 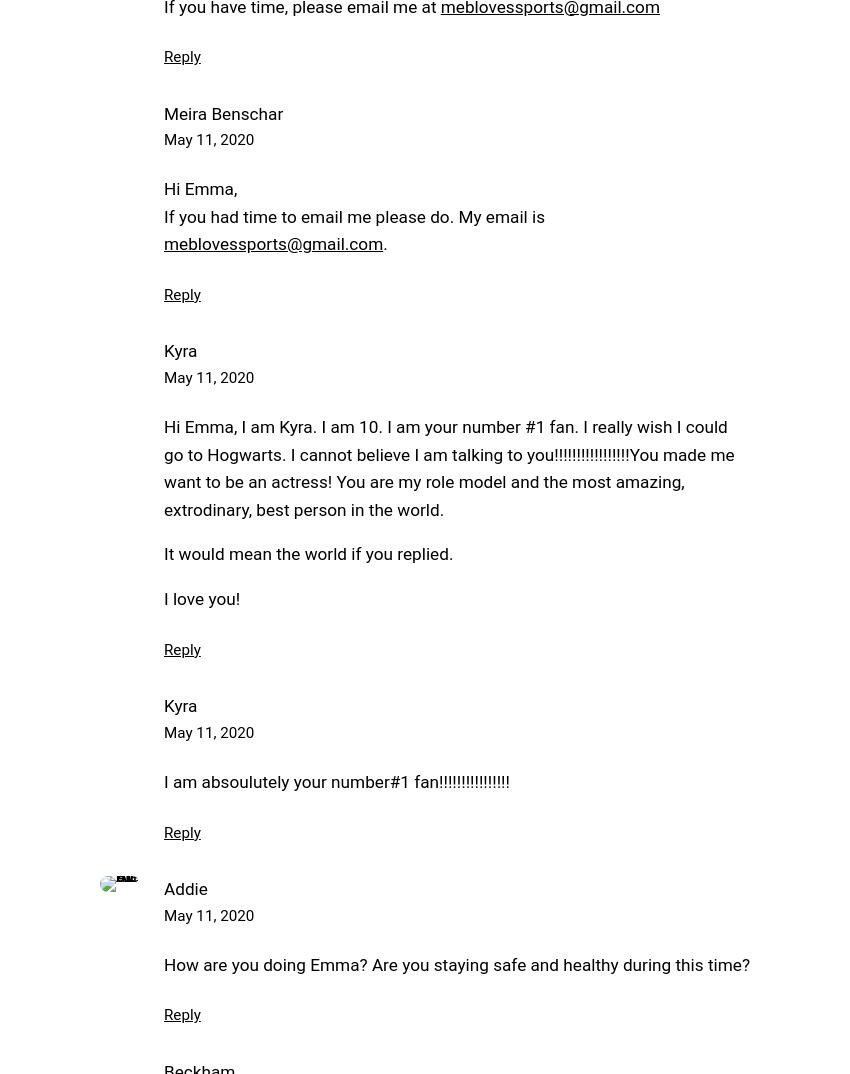 I want to click on 'Hi Emma, I am Kyra. I am 10. I am your number #1 fan. I really wish I could go to Hogwarts. I cannot believe I am talking to you!!!!!!!!!!!!!!!!!You made me want to be an actress! You are my role model and the most amazing, extrodinary, best person in the world.', so click(x=447, y=467).